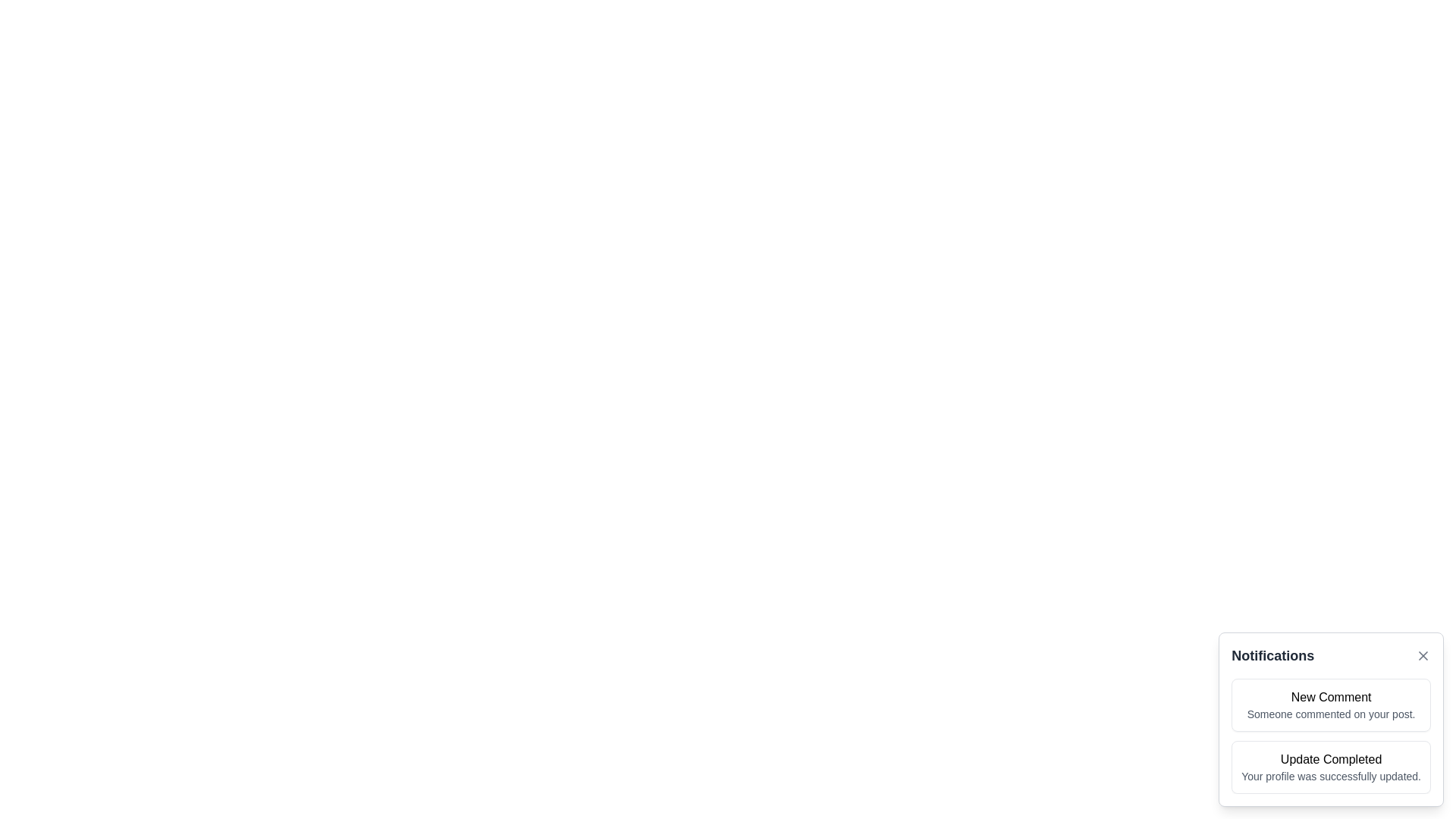 Image resolution: width=1456 pixels, height=819 pixels. I want to click on the Notification card that informs the user about their profile update, positioned below the 'New Comment' component in the 'Notifications' section, so click(1330, 767).